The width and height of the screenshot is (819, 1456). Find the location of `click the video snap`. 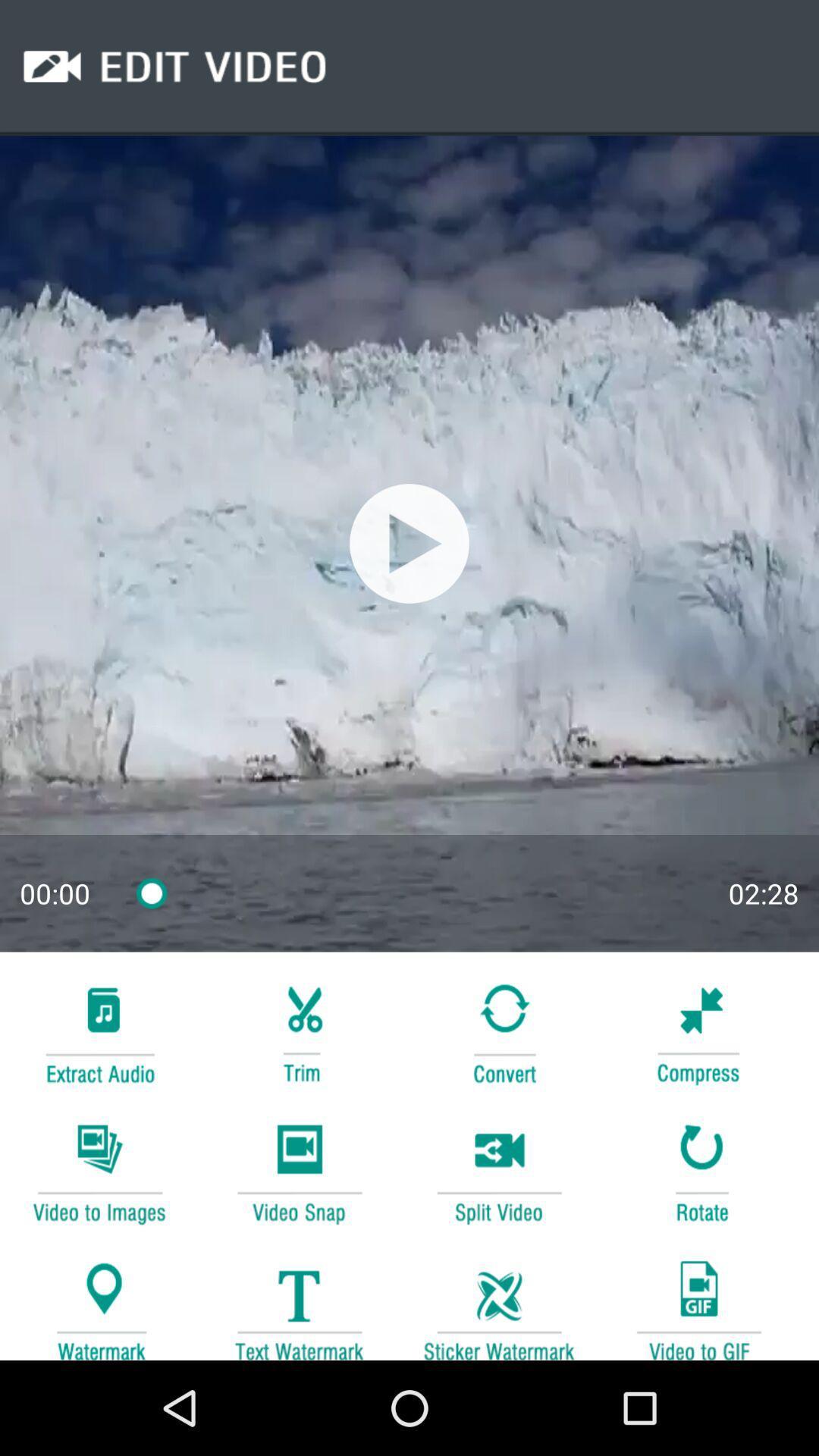

click the video snap is located at coordinates (299, 1171).